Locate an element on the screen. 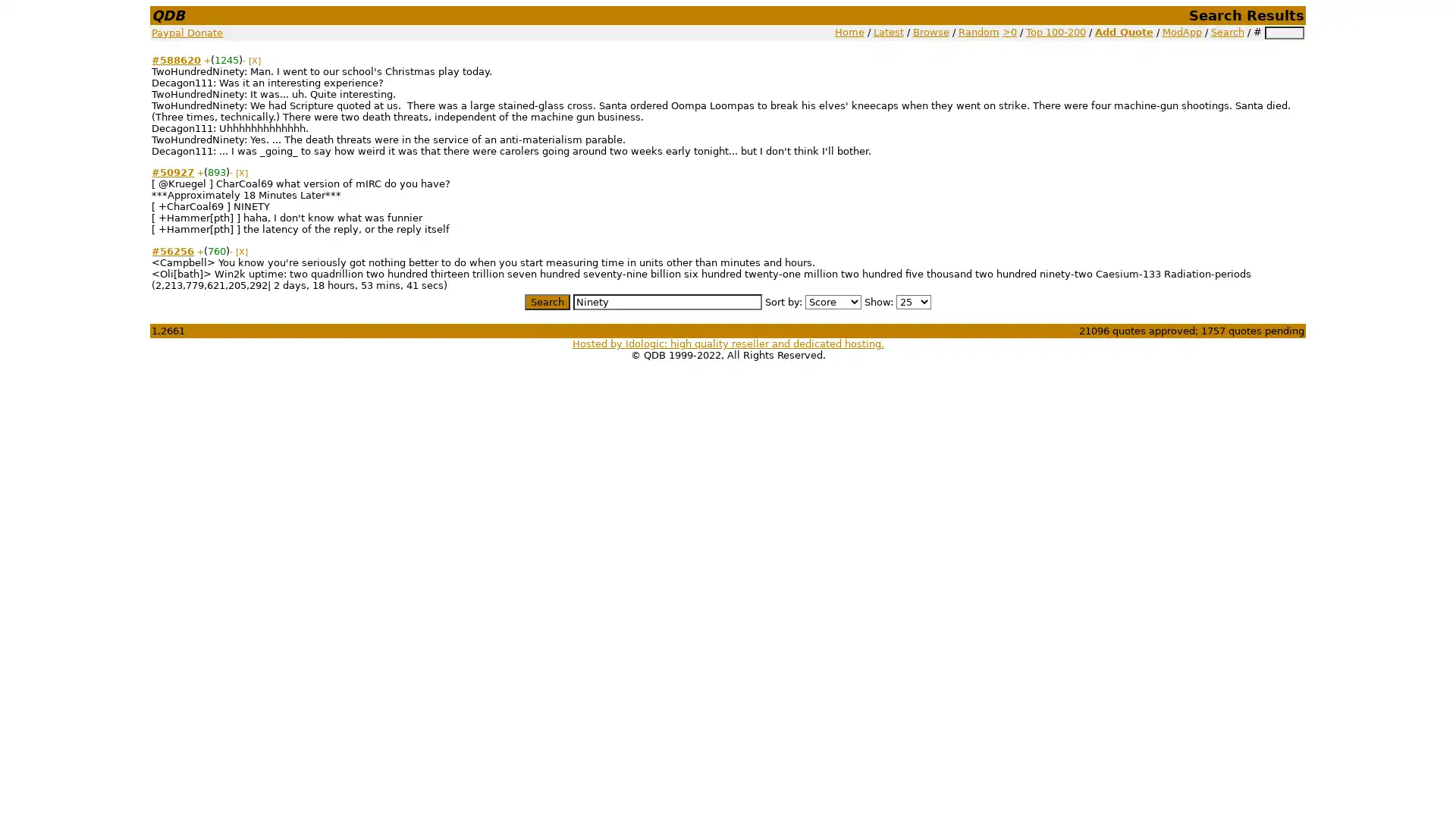  Search is located at coordinates (546, 301).